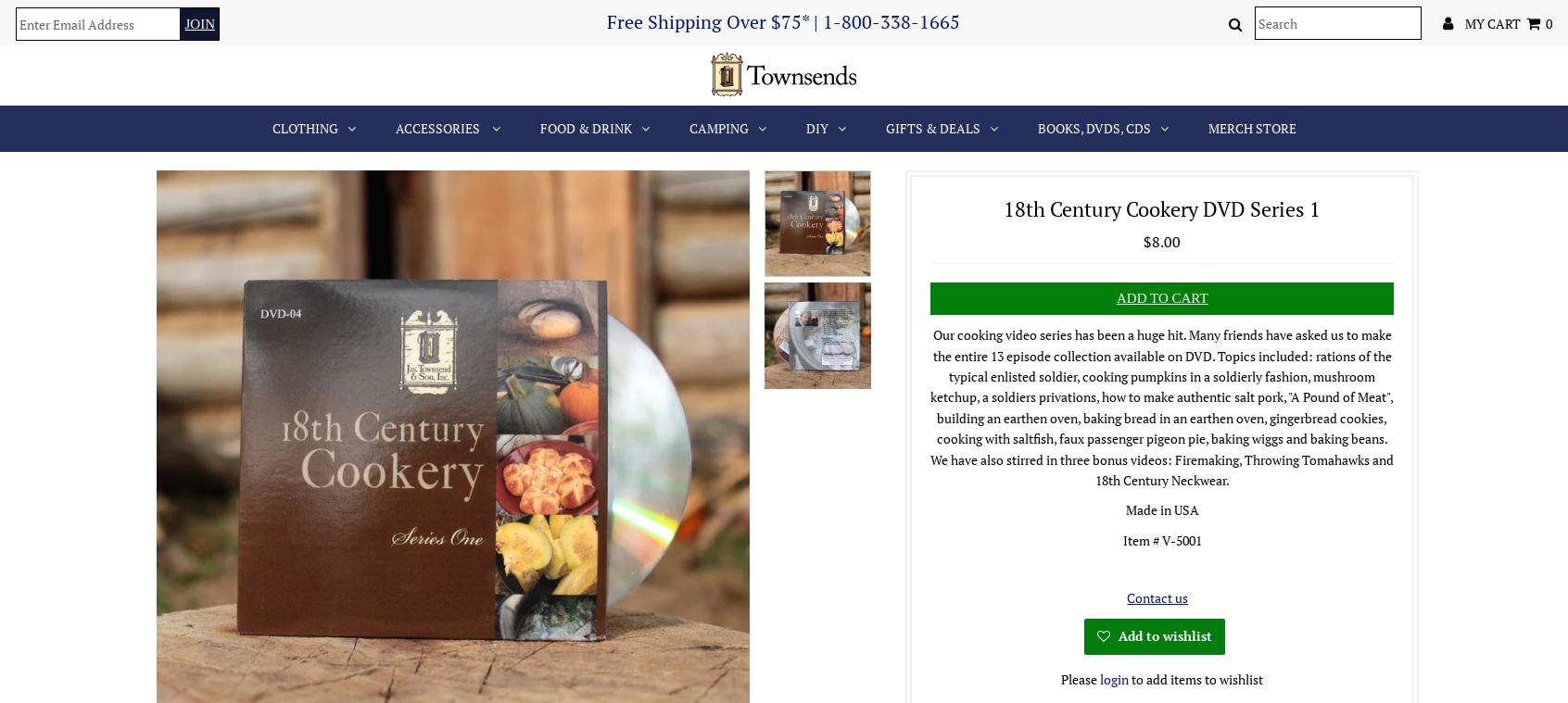  What do you see at coordinates (584, 127) in the screenshot?
I see `'Food & Drink'` at bounding box center [584, 127].